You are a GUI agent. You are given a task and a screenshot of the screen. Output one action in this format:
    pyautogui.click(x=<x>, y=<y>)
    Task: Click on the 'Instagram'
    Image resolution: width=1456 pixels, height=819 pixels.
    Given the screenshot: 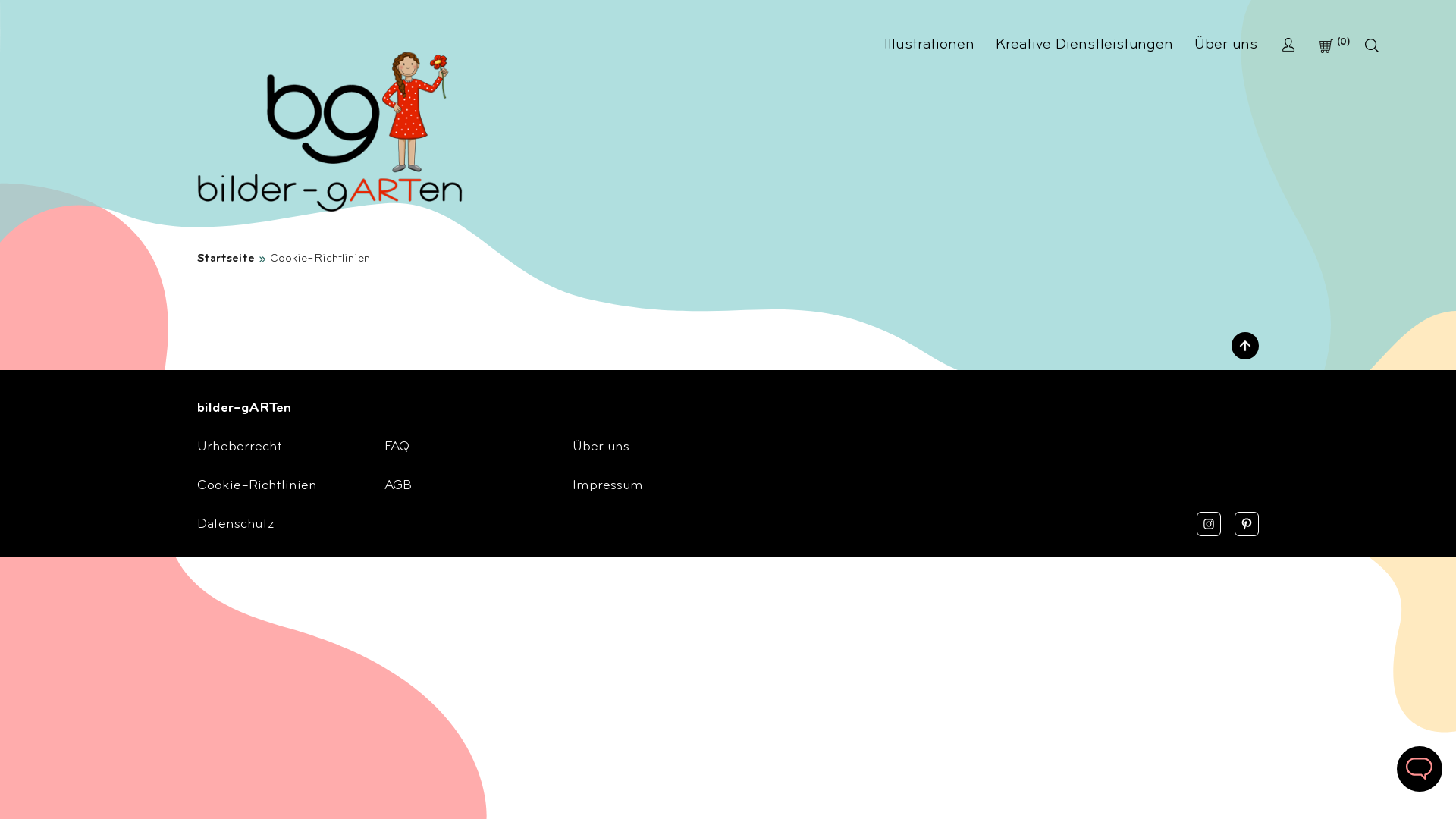 What is the action you would take?
    pyautogui.click(x=1207, y=522)
    